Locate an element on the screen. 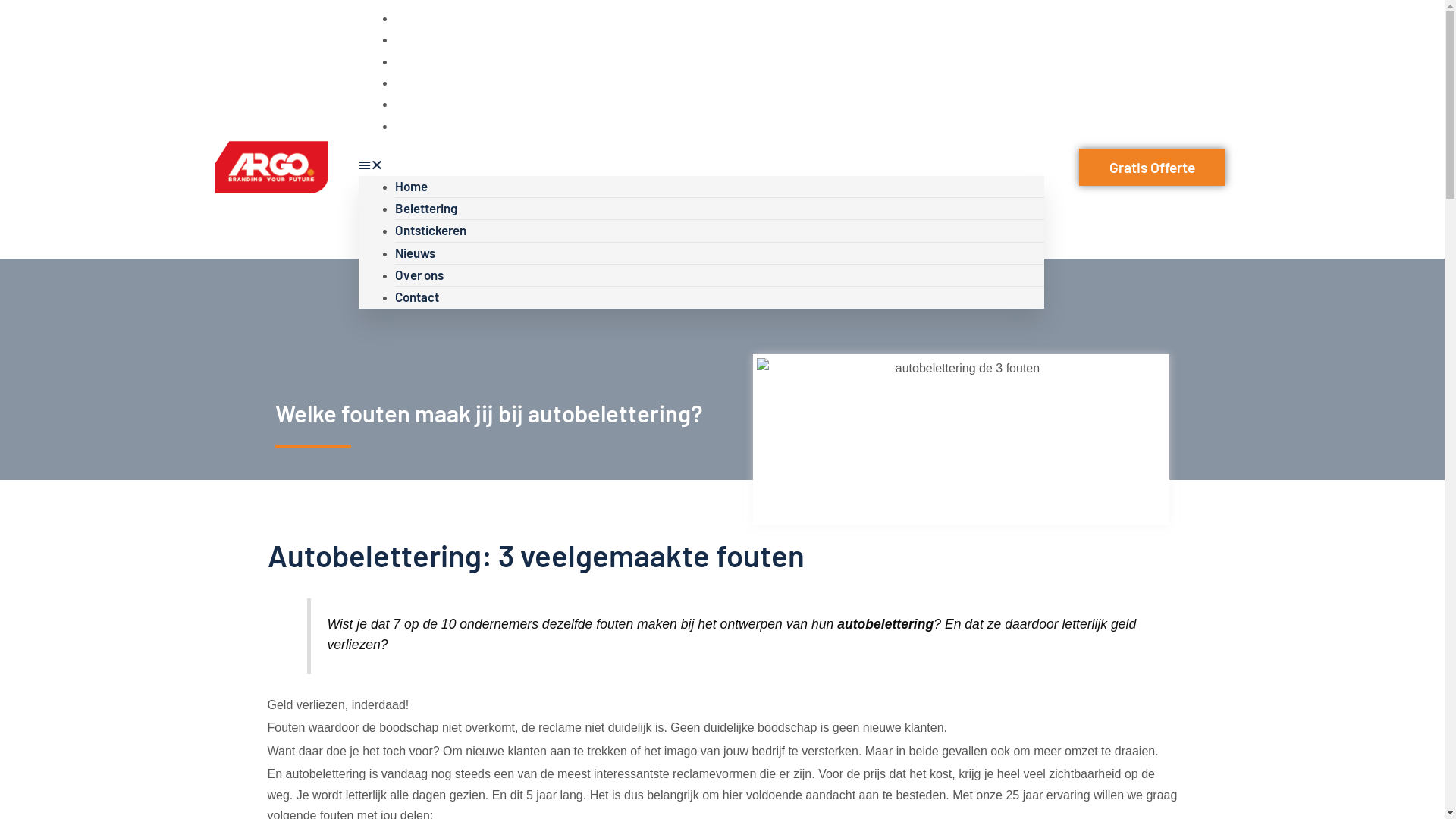 This screenshot has height=819, width=1456. 'Belettering' is located at coordinates (425, 37).